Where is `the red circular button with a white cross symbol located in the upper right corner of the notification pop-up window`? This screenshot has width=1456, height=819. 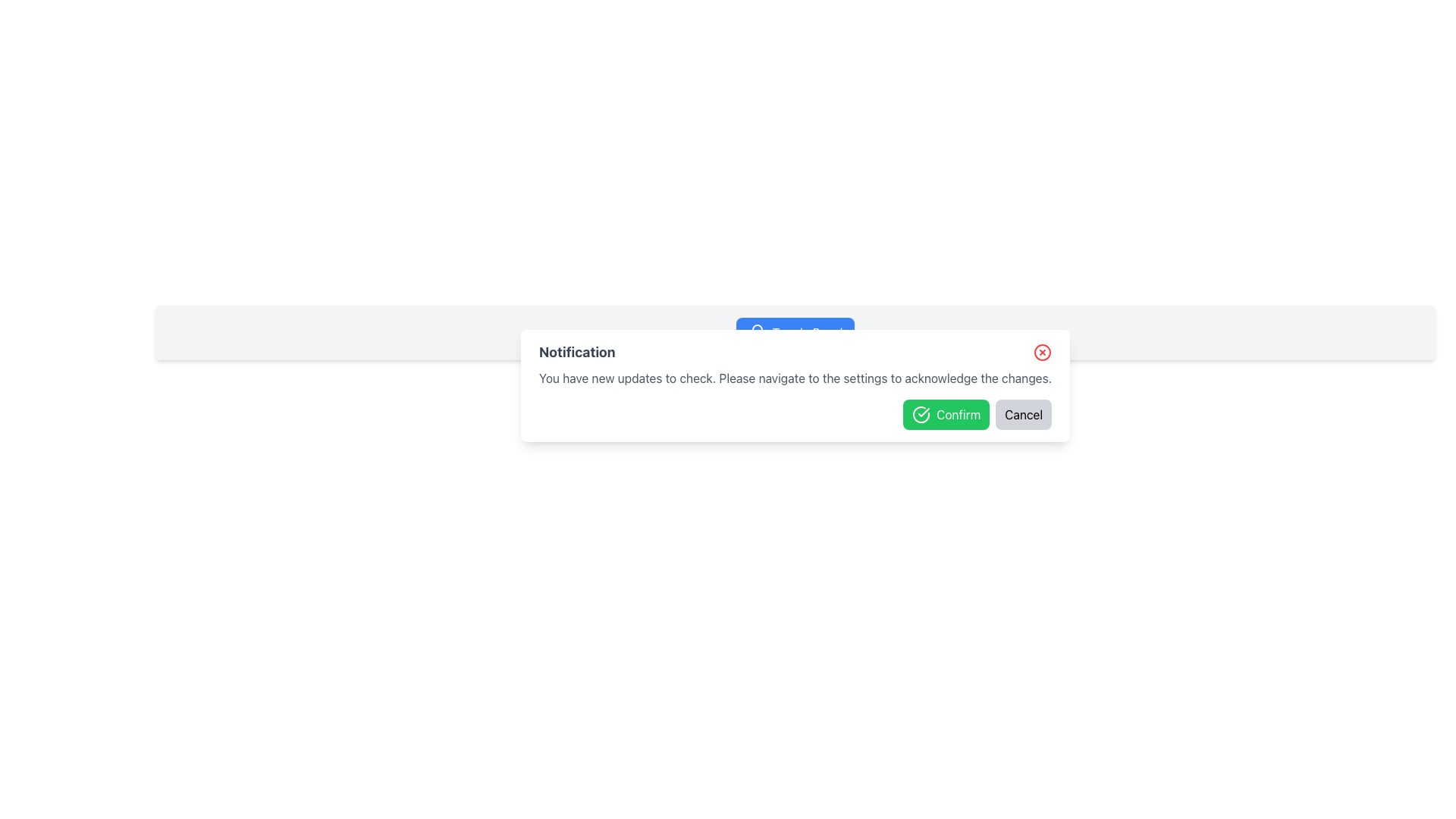 the red circular button with a white cross symbol located in the upper right corner of the notification pop-up window is located at coordinates (1042, 353).